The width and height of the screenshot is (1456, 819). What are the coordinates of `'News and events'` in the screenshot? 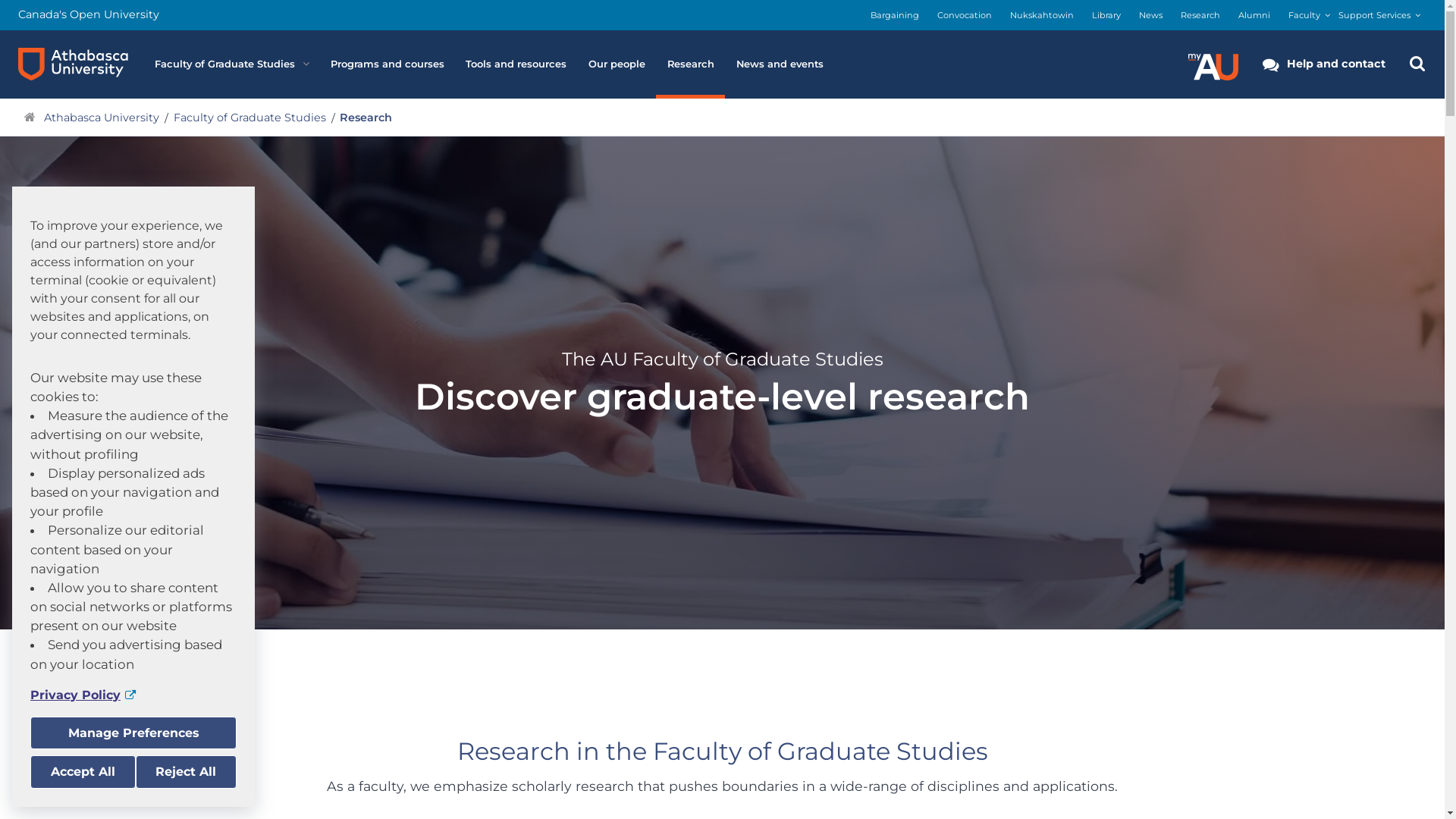 It's located at (779, 63).